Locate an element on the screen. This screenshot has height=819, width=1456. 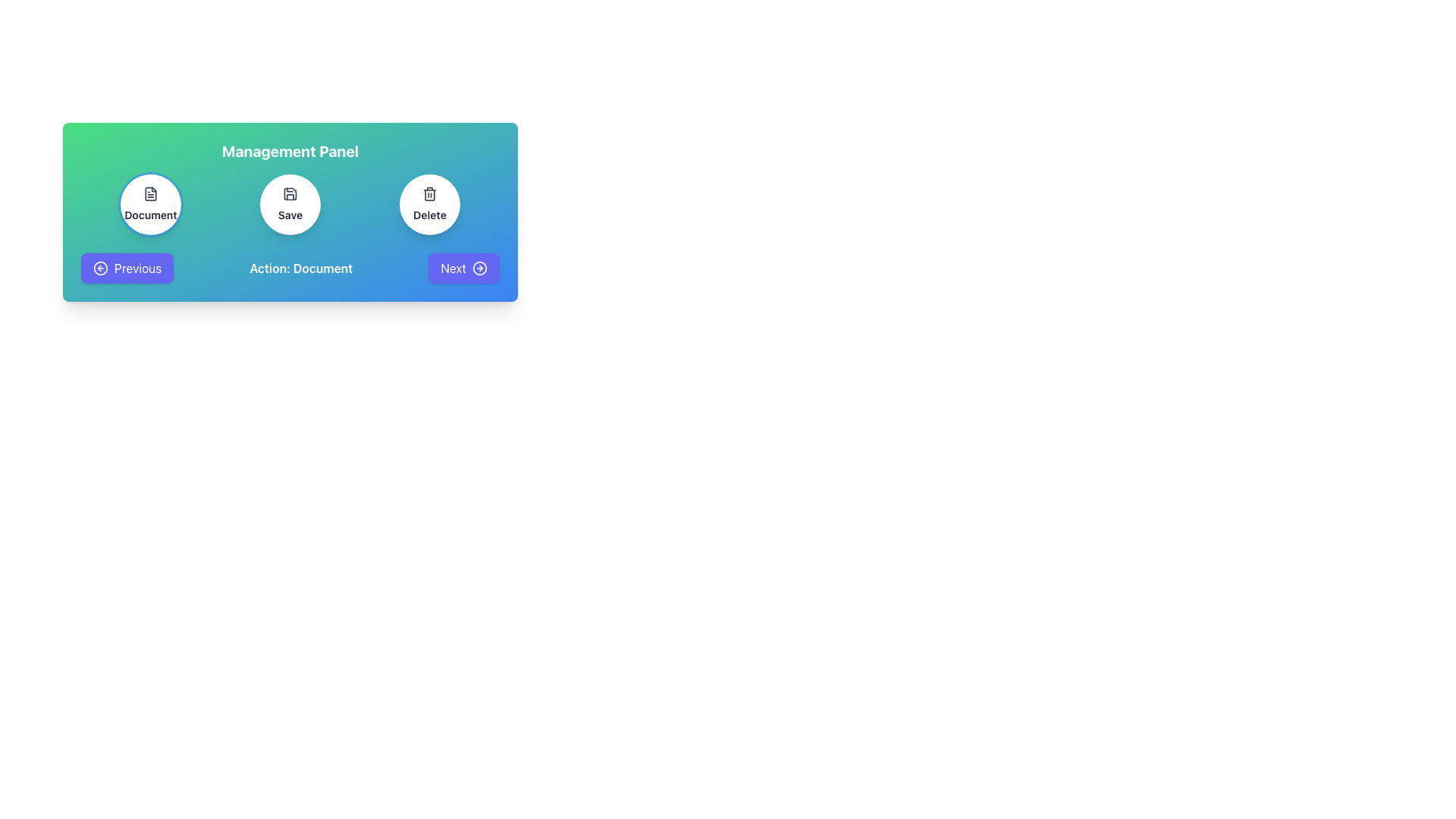
the 'Previous' button located at the bottom-left corner of the panel, which contains a left-pointing arrow icon within a circular outline is located at coordinates (100, 268).